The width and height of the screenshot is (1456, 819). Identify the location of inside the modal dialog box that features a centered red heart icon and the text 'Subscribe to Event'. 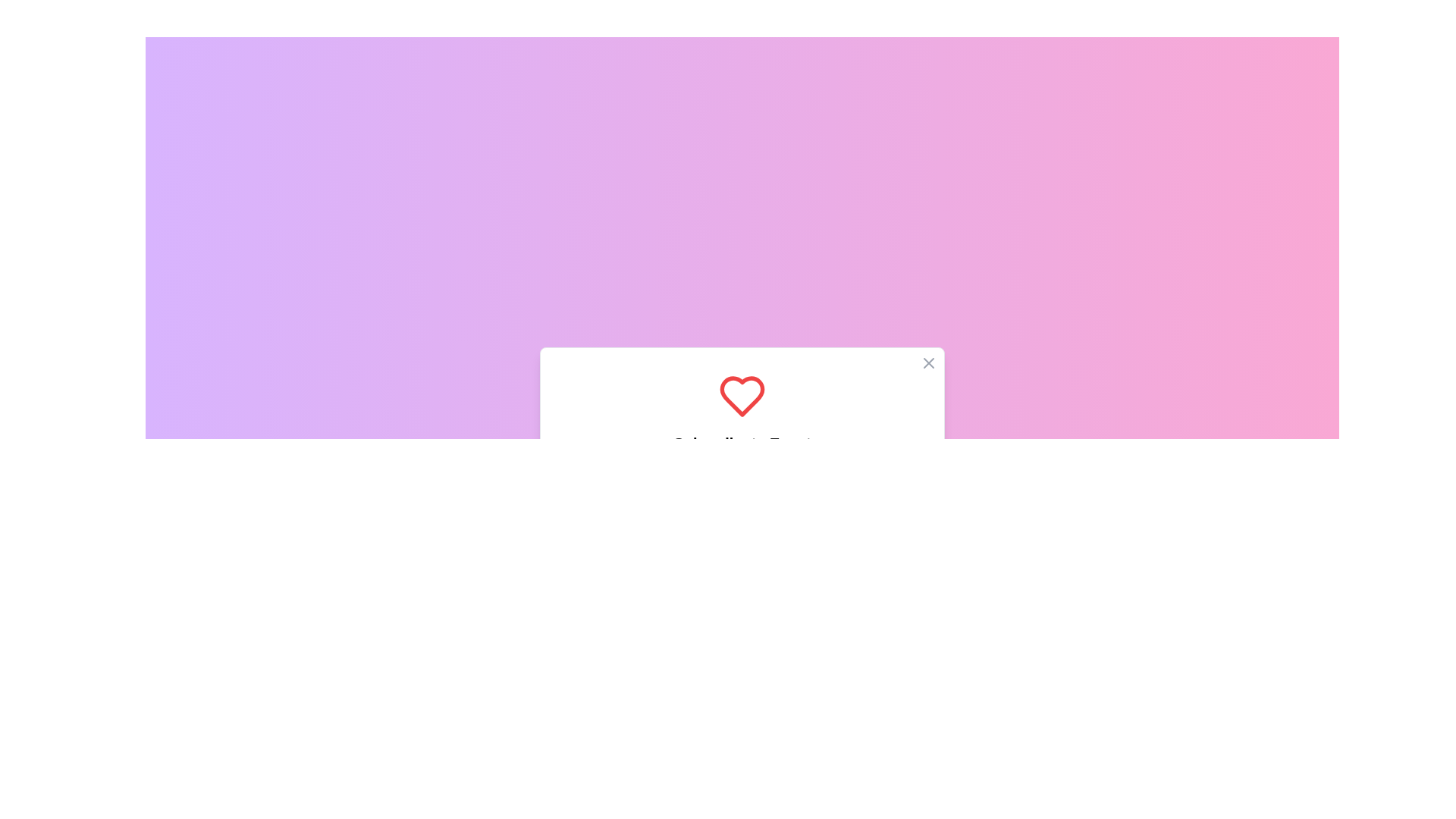
(742, 446).